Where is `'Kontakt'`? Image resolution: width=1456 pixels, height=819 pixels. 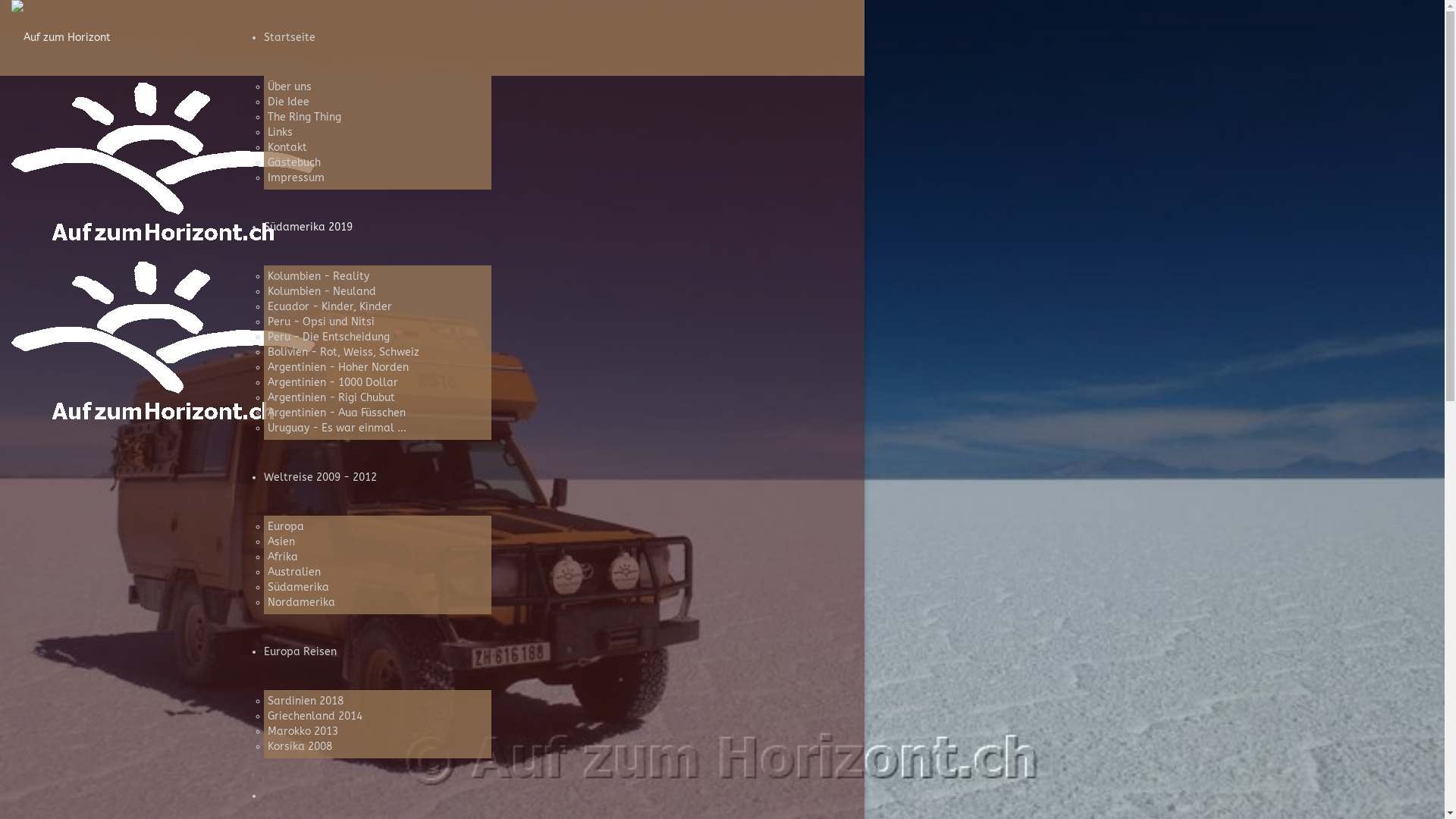
'Kontakt' is located at coordinates (287, 147).